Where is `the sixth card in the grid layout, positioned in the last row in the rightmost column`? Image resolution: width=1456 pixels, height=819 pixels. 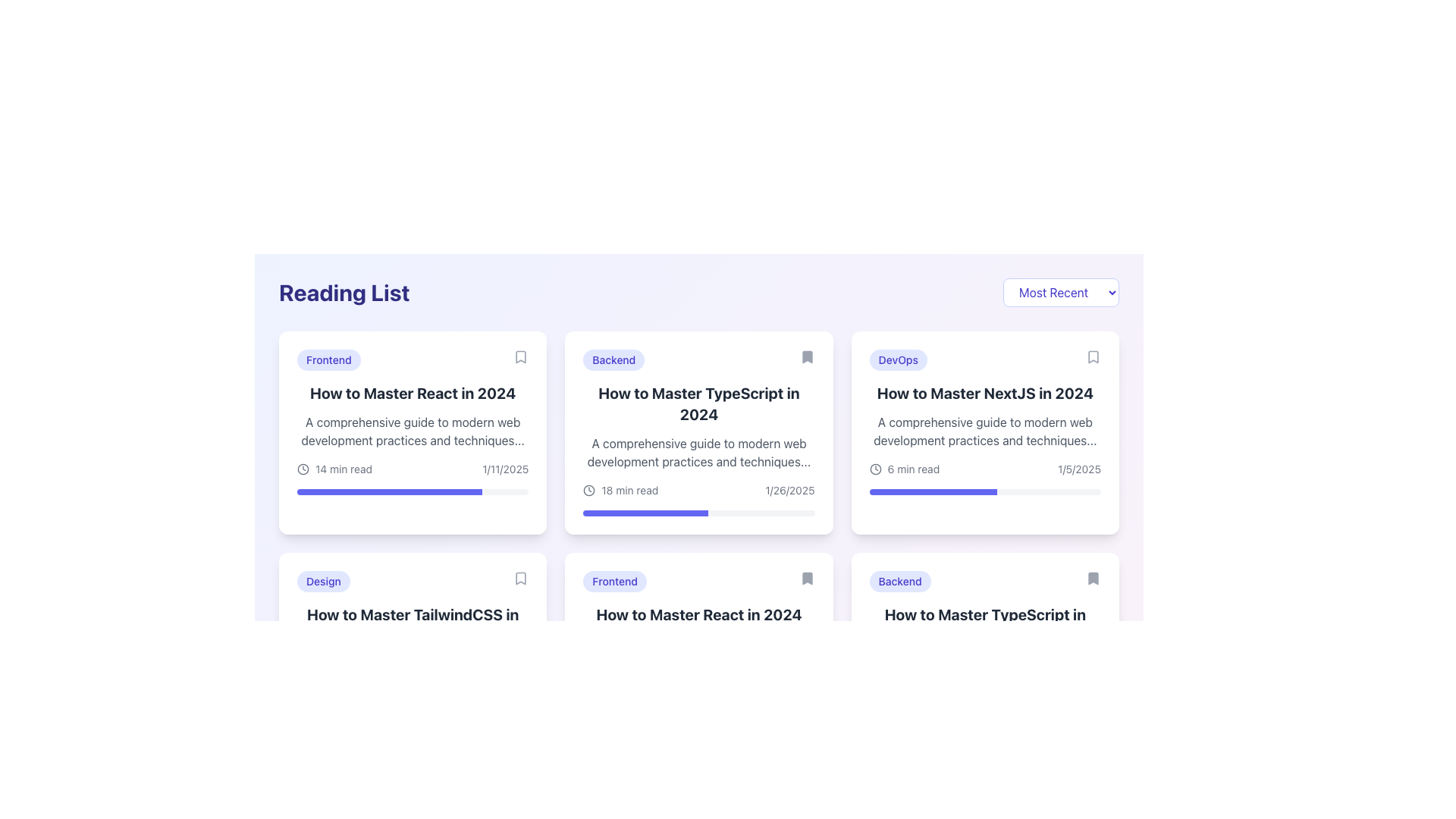 the sixth card in the grid layout, positioned in the last row in the rightmost column is located at coordinates (985, 654).